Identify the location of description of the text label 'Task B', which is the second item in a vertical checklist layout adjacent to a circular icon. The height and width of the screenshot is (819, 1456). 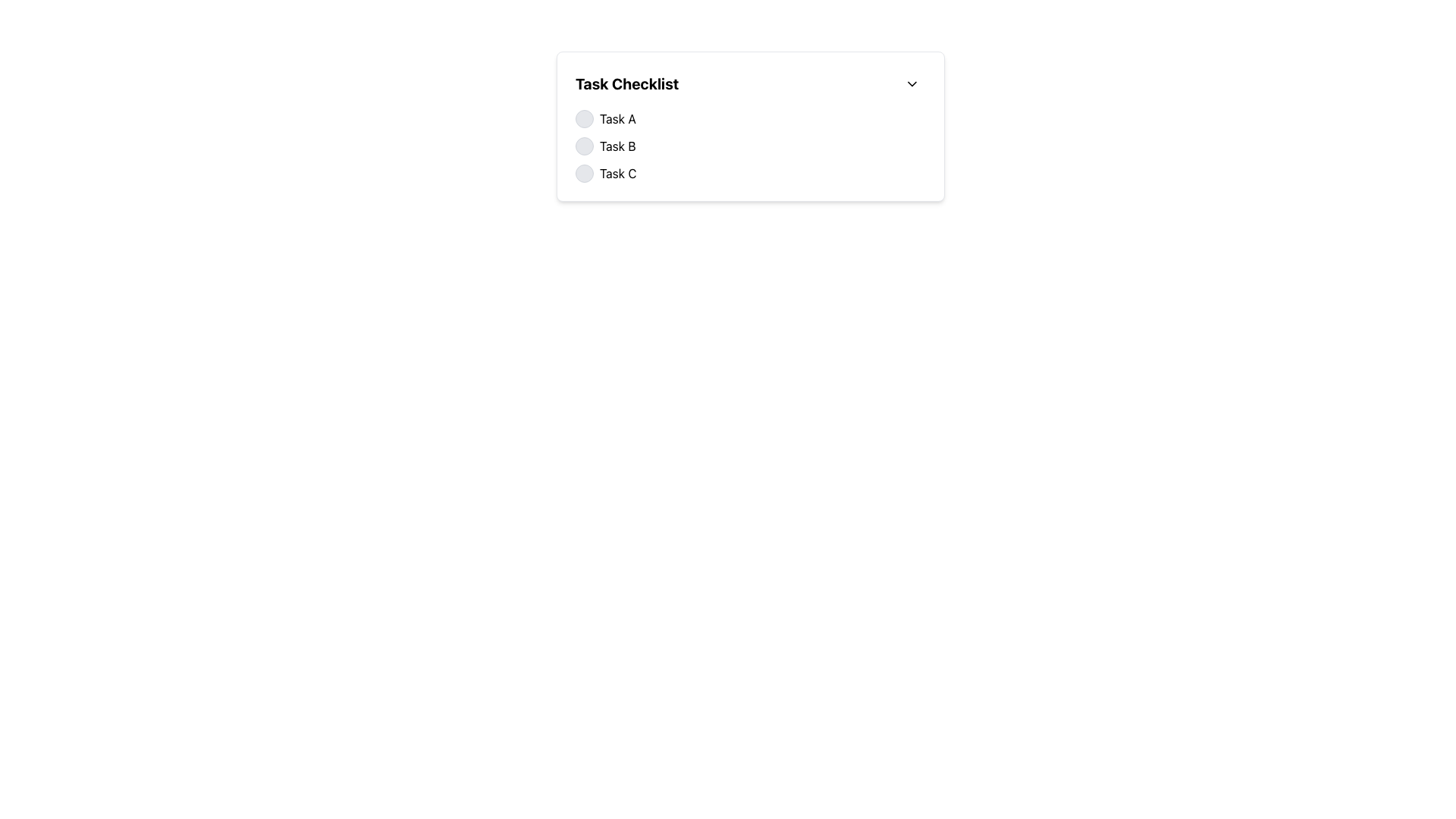
(617, 146).